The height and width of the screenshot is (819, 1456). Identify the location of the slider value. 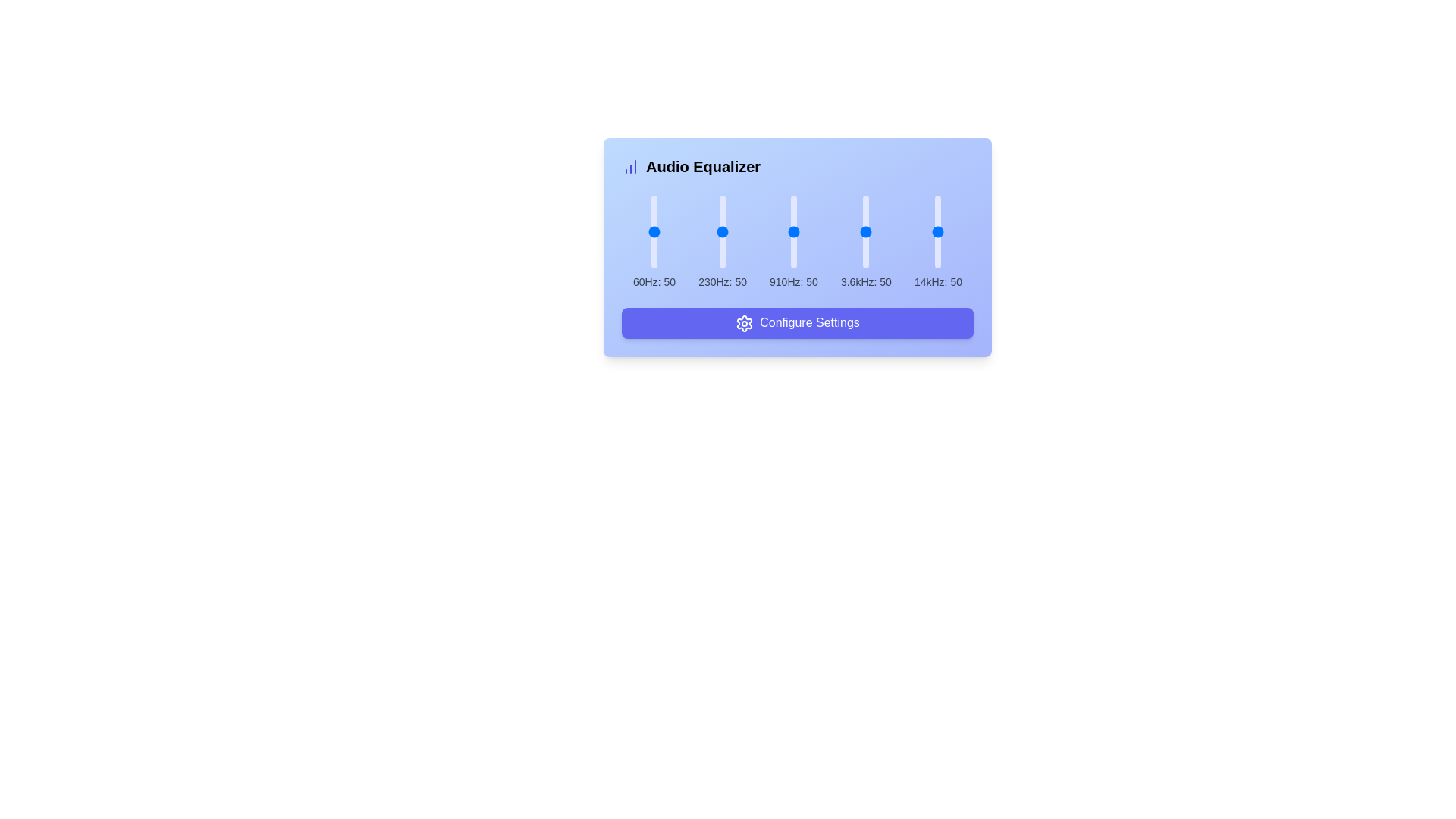
(937, 256).